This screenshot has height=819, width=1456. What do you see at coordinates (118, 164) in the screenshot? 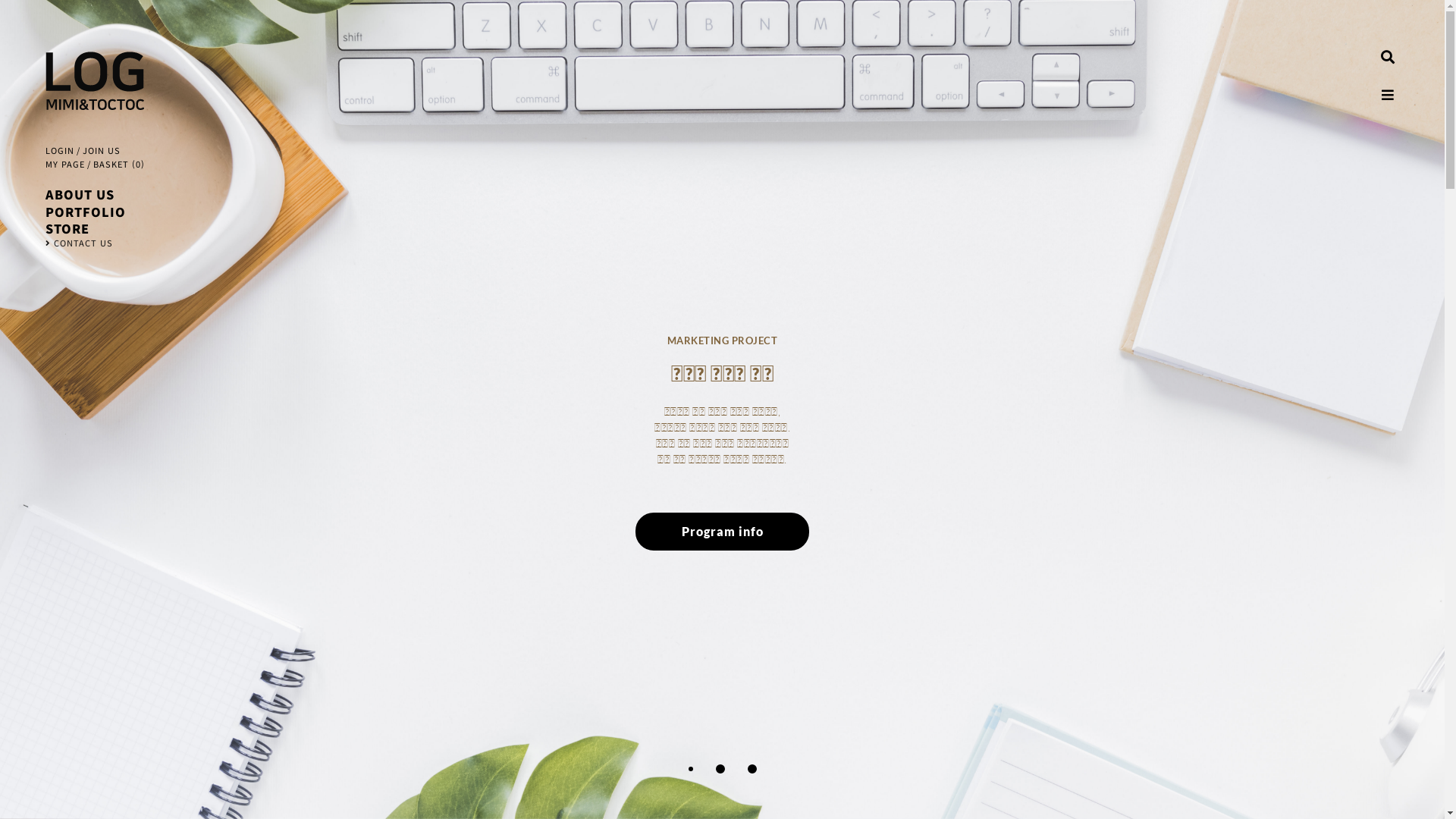
I see `'BASKET (0)'` at bounding box center [118, 164].